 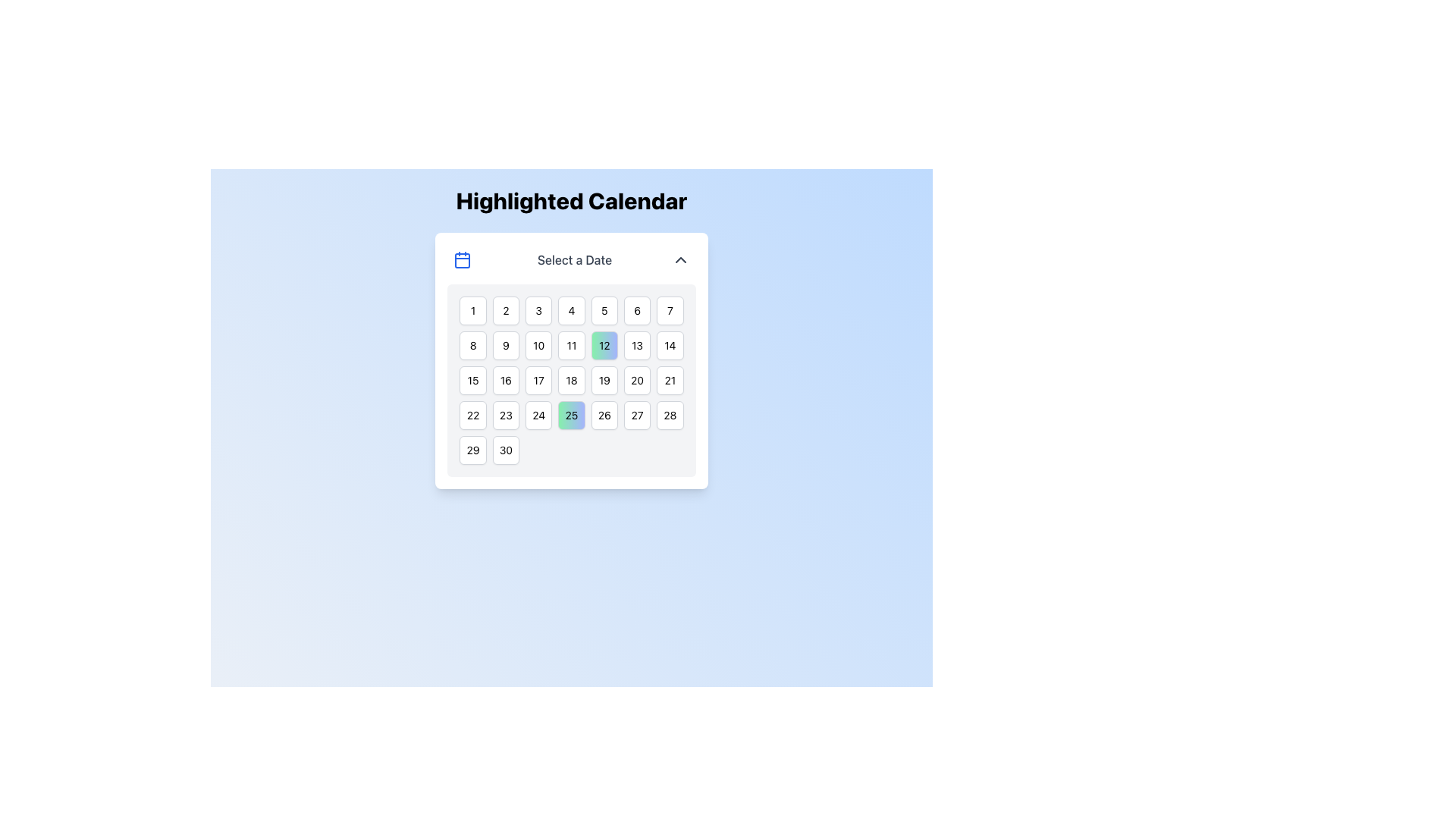 What do you see at coordinates (669, 379) in the screenshot?
I see `the square button with a rounded border displaying the number '21'` at bounding box center [669, 379].